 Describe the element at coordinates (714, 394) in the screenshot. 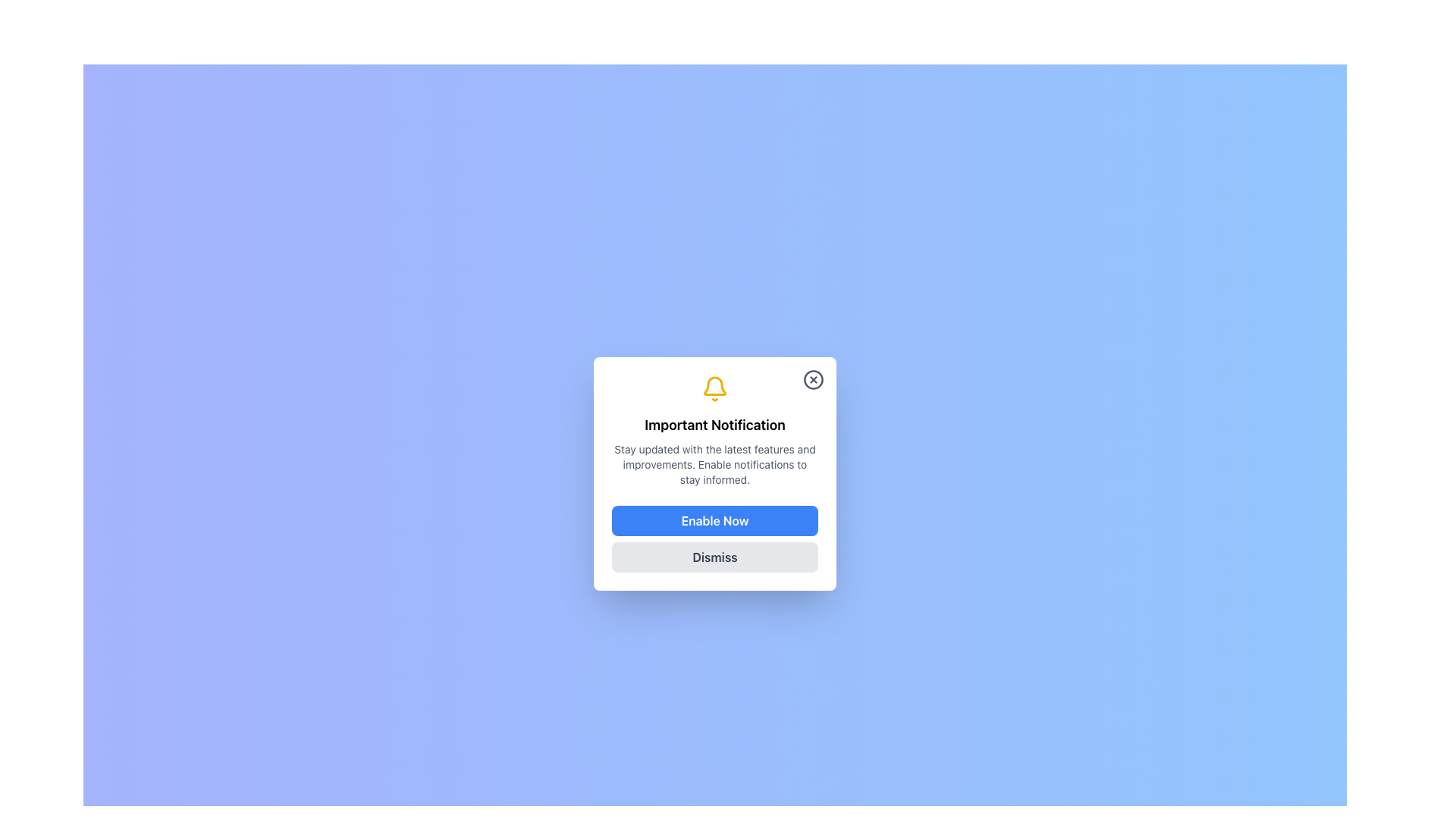

I see `the decorative bell icon with a yellow outline style, located prominently above the text 'Important Notification' in the notification dialog box` at that location.